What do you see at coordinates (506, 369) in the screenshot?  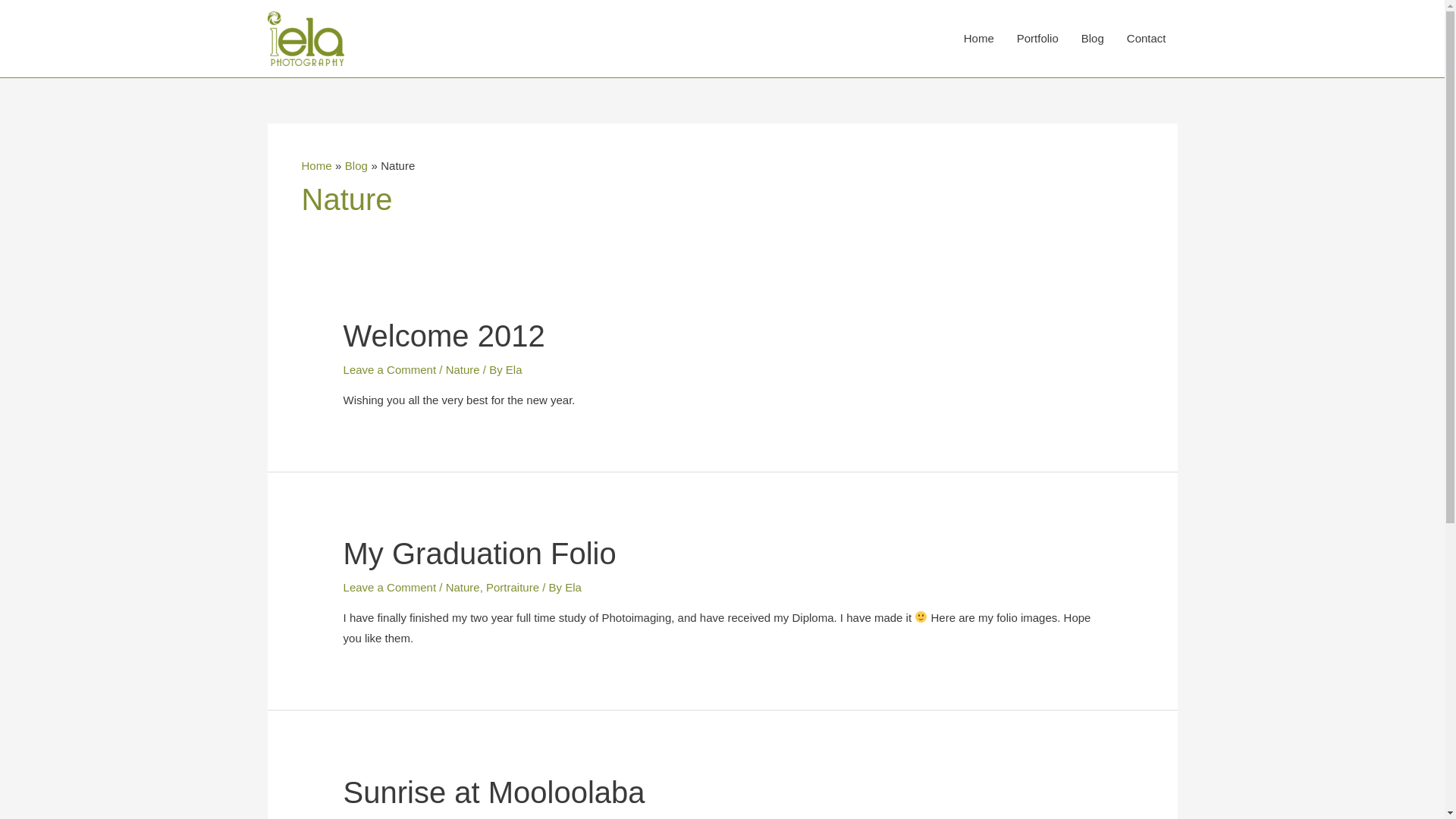 I see `'Ela'` at bounding box center [506, 369].